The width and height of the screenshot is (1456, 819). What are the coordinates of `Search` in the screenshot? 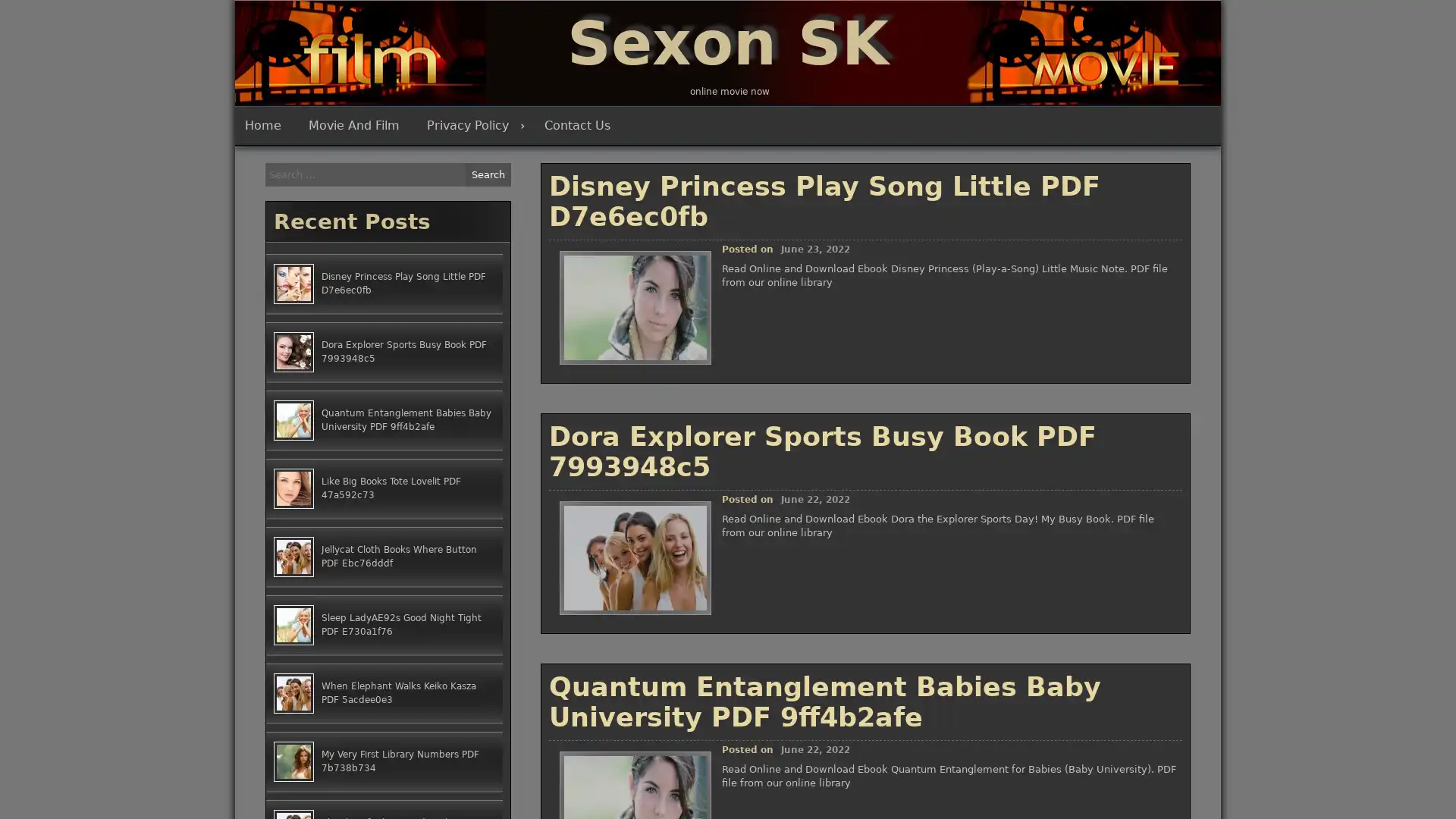 It's located at (488, 174).